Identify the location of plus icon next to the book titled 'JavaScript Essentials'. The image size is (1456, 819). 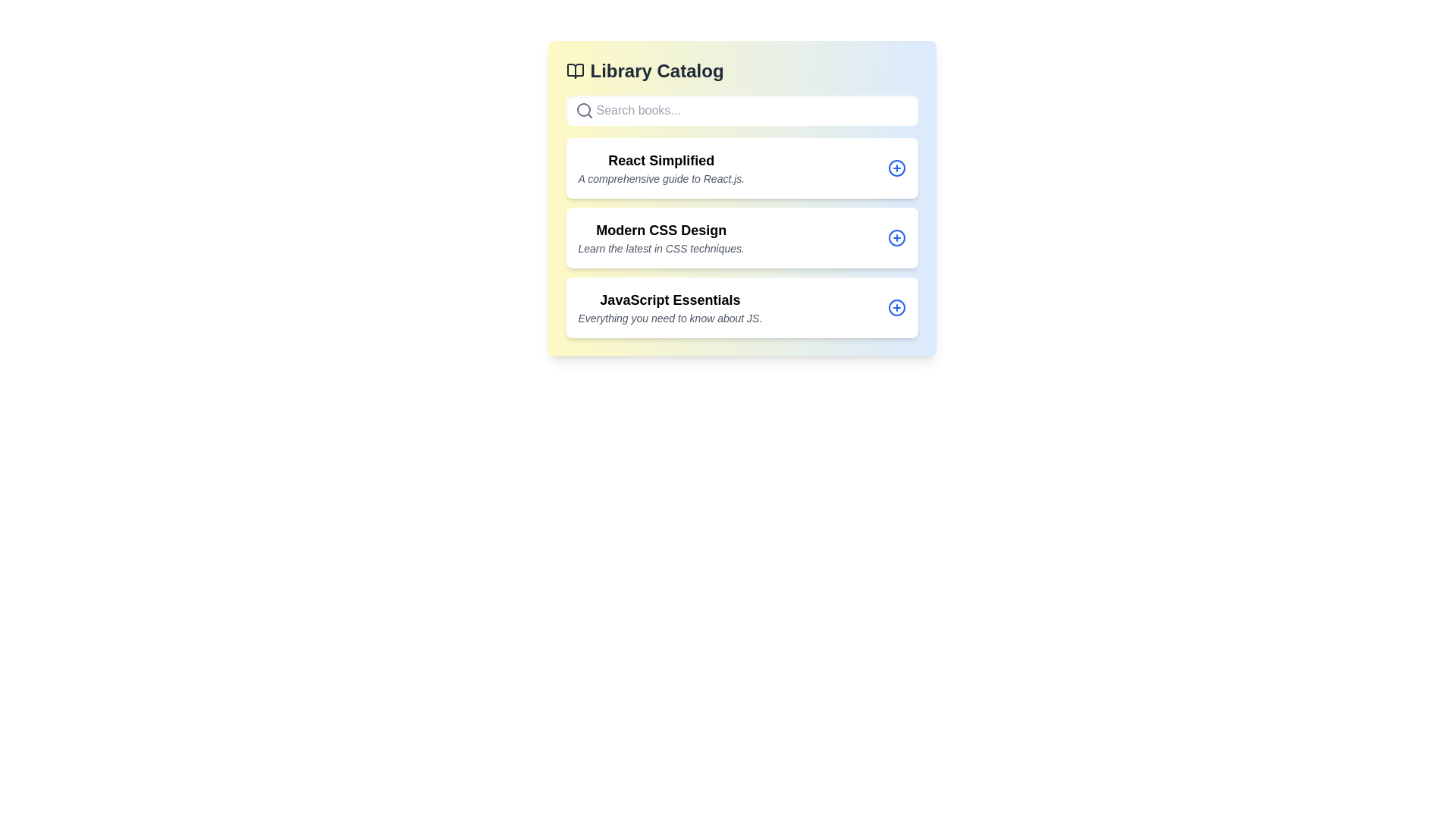
(896, 307).